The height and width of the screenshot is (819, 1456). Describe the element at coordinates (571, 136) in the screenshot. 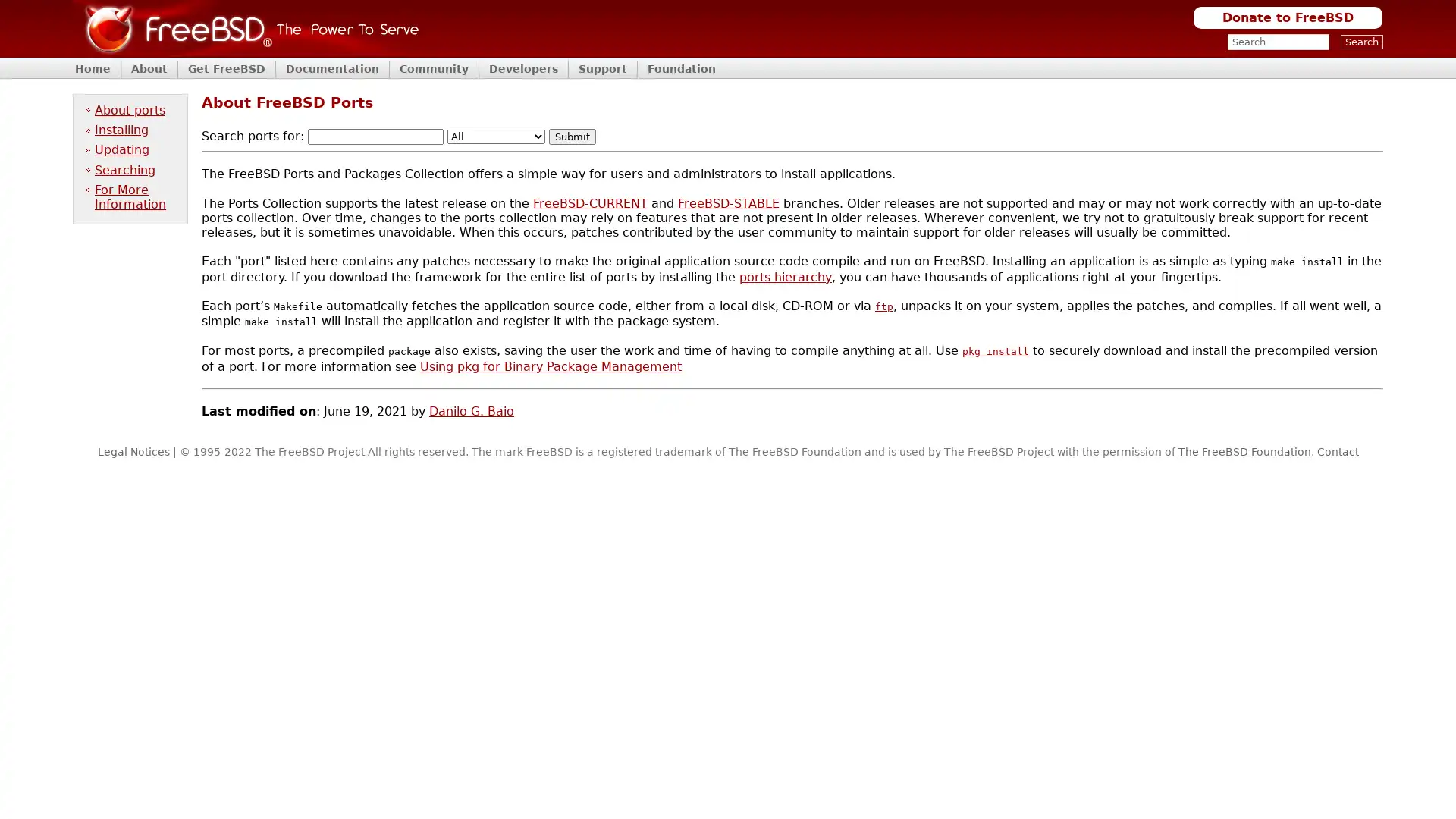

I see `Submit` at that location.